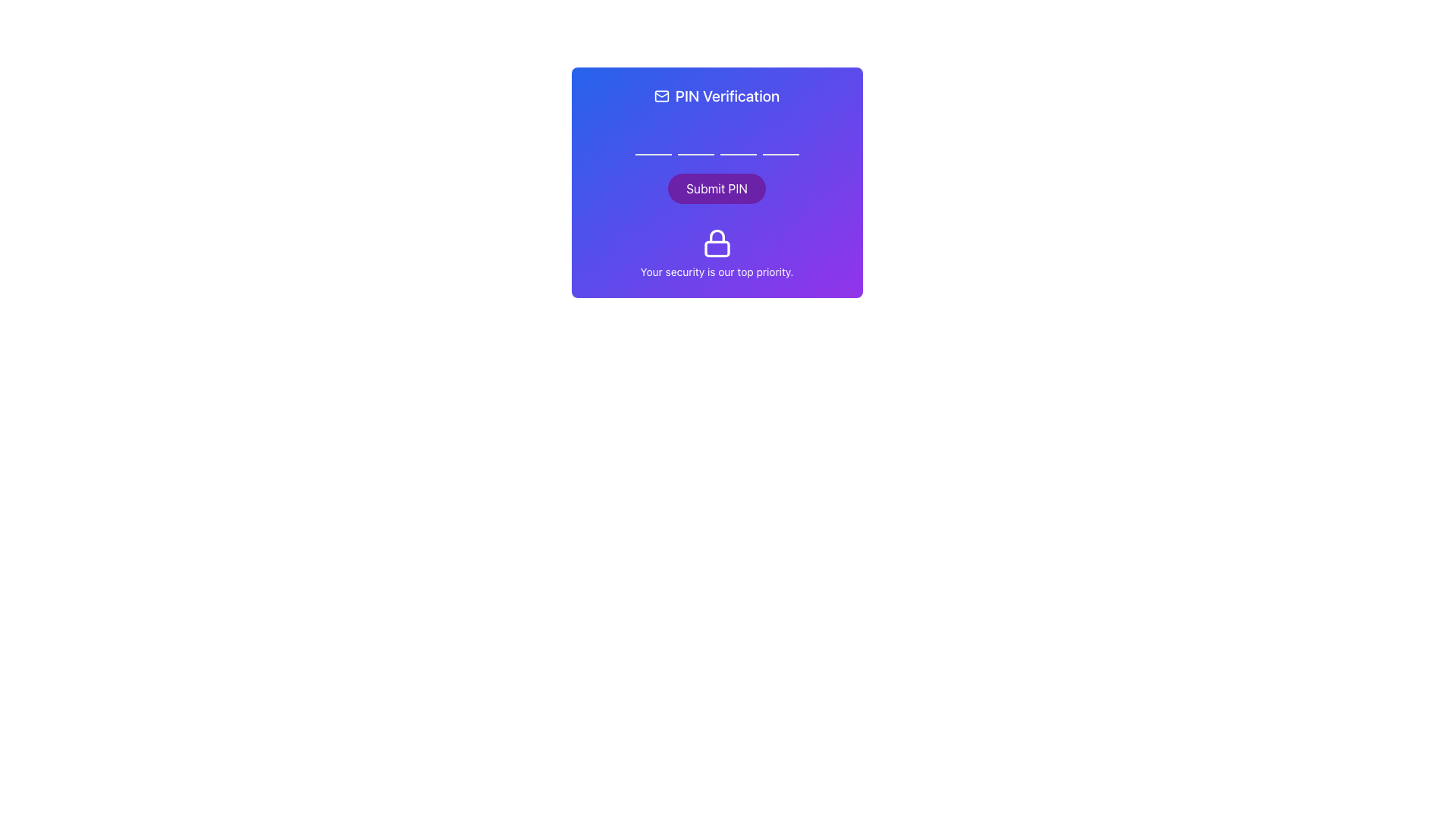  I want to click on the Informative section featuring a lock icon and the text 'Your security is our top priority.', so click(716, 253).